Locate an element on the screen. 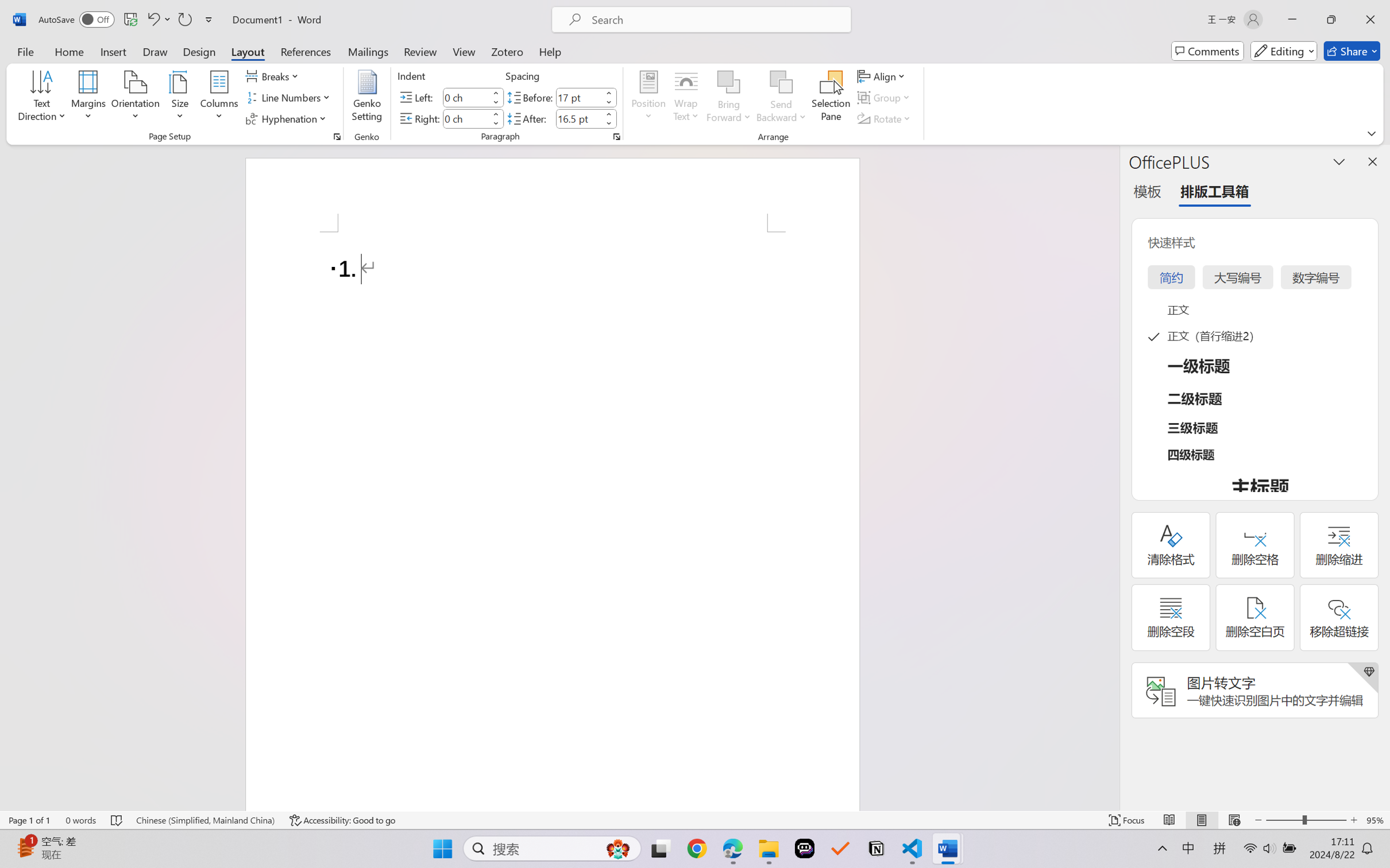  'Position' is located at coordinates (648, 98).